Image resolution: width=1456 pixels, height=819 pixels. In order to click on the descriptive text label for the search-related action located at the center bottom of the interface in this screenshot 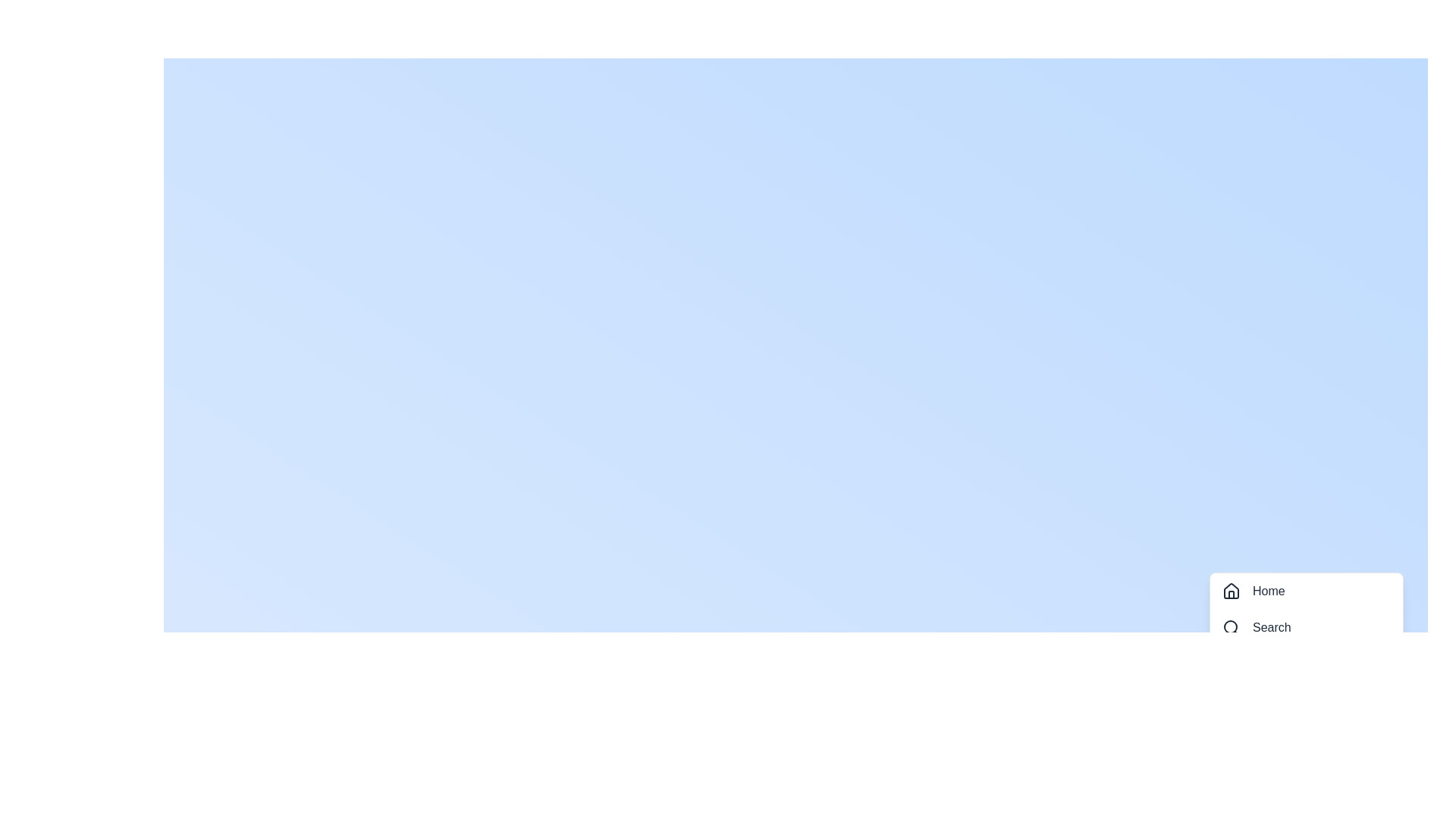, I will do `click(1272, 628)`.